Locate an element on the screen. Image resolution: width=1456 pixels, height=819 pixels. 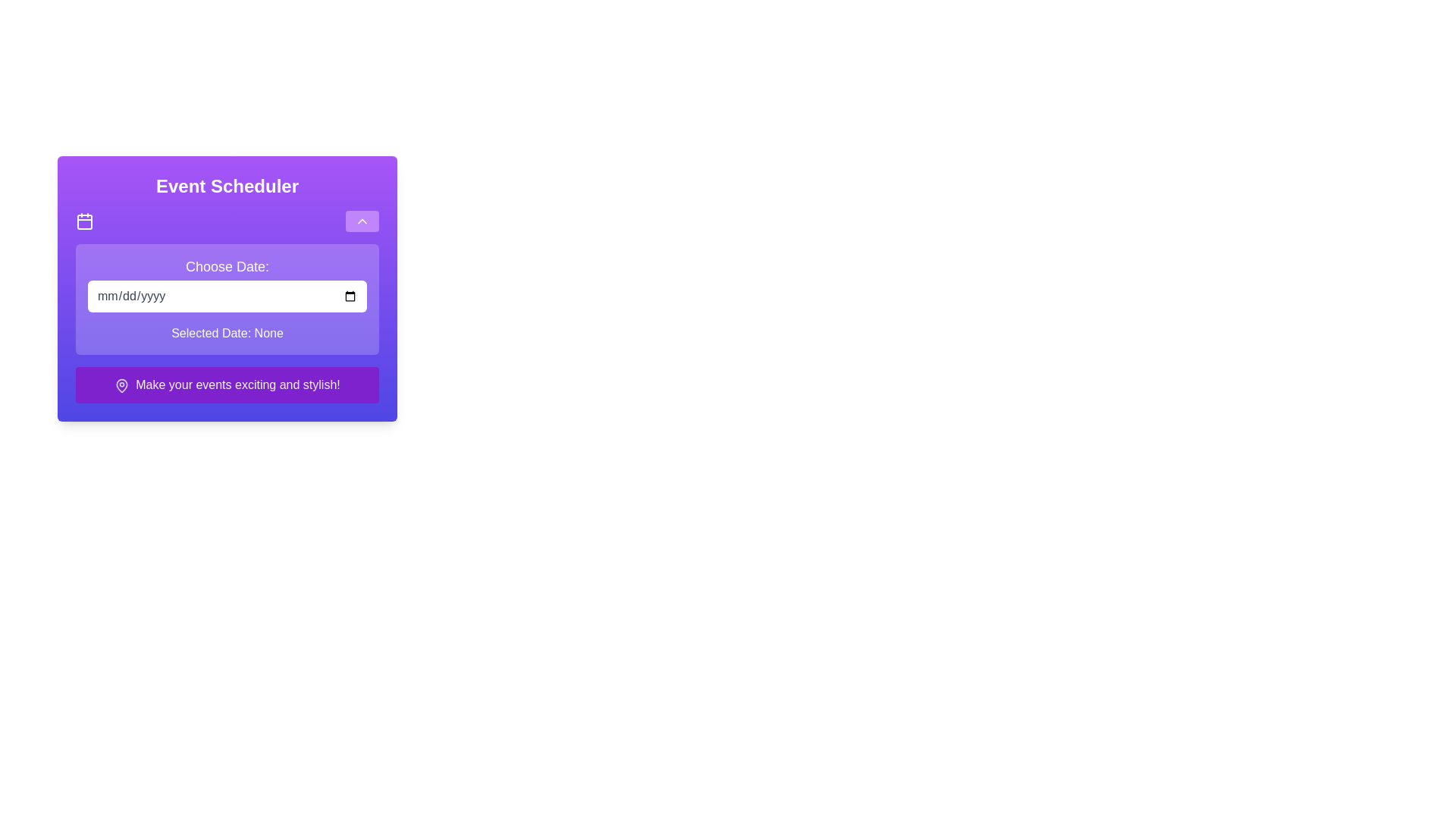
the chevron icon located at the top-right corner of the 'Event Scheduler' card is located at coordinates (362, 221).